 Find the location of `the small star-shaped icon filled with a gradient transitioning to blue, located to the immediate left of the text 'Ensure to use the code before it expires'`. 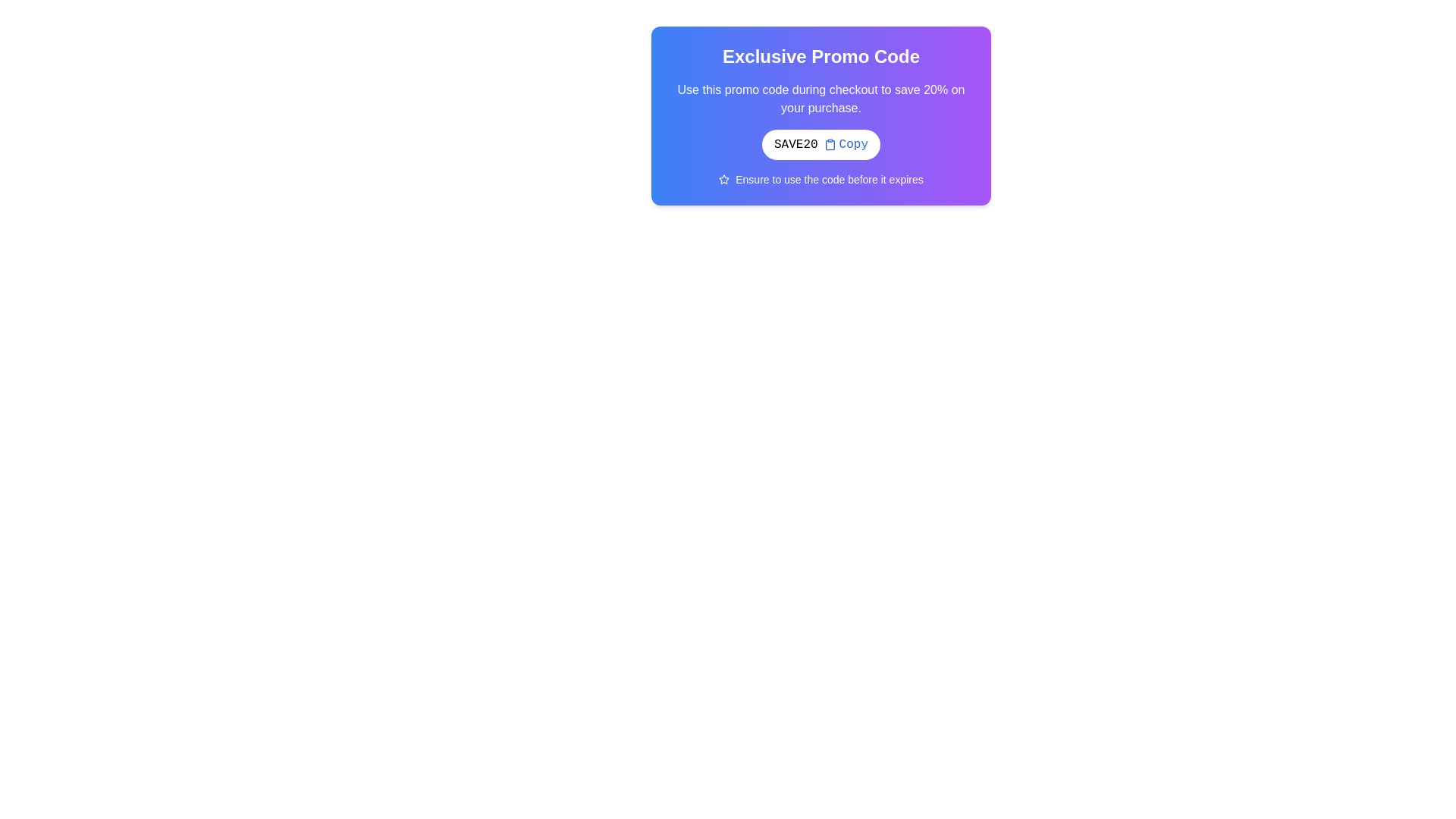

the small star-shaped icon filled with a gradient transitioning to blue, located to the immediate left of the text 'Ensure to use the code before it expires' is located at coordinates (723, 178).